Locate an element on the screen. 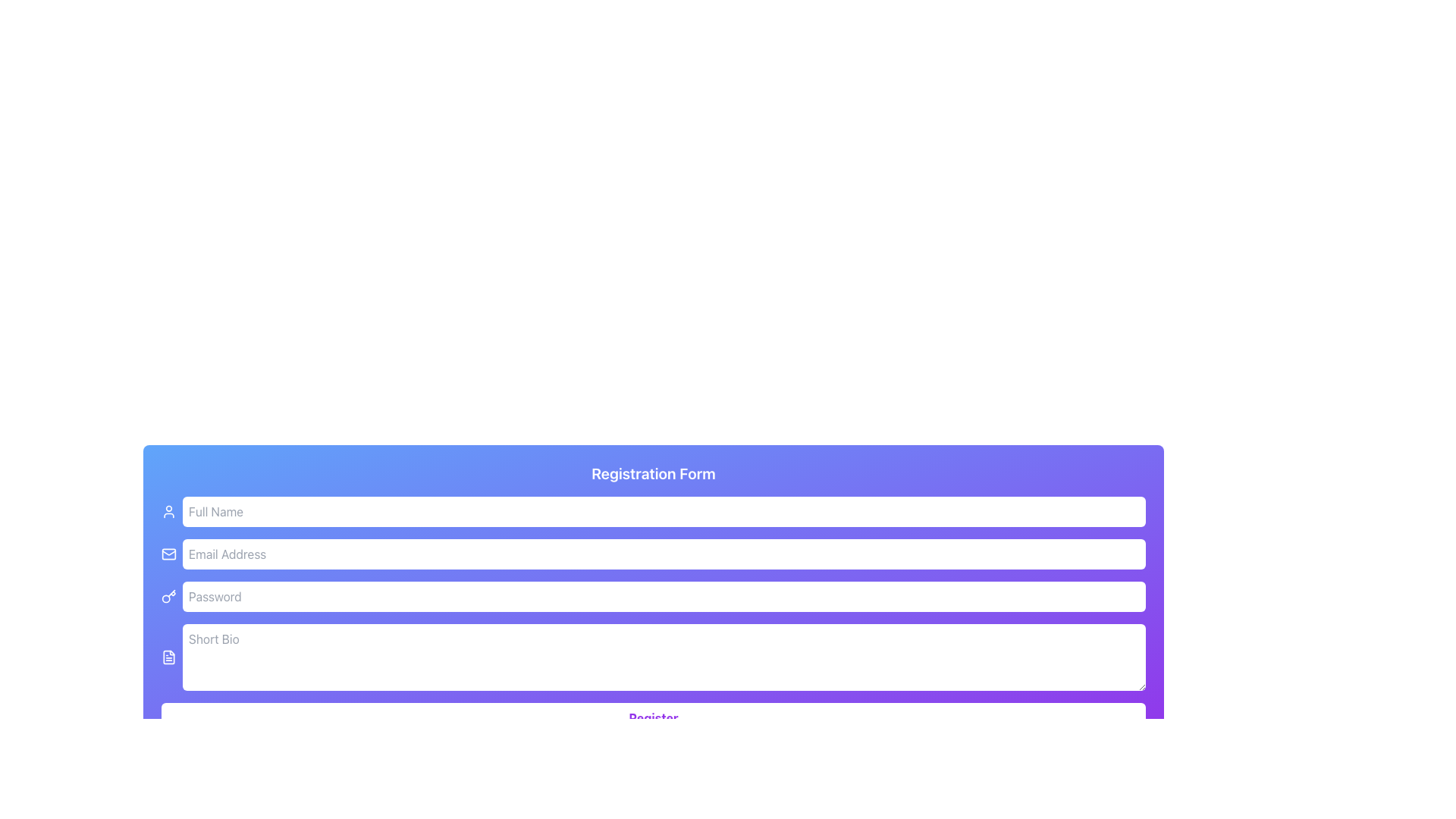 This screenshot has height=819, width=1456. the SVG icon that serves as a visual indicator for the 'Email Address' input field, located on the left side of the input area is located at coordinates (168, 554).